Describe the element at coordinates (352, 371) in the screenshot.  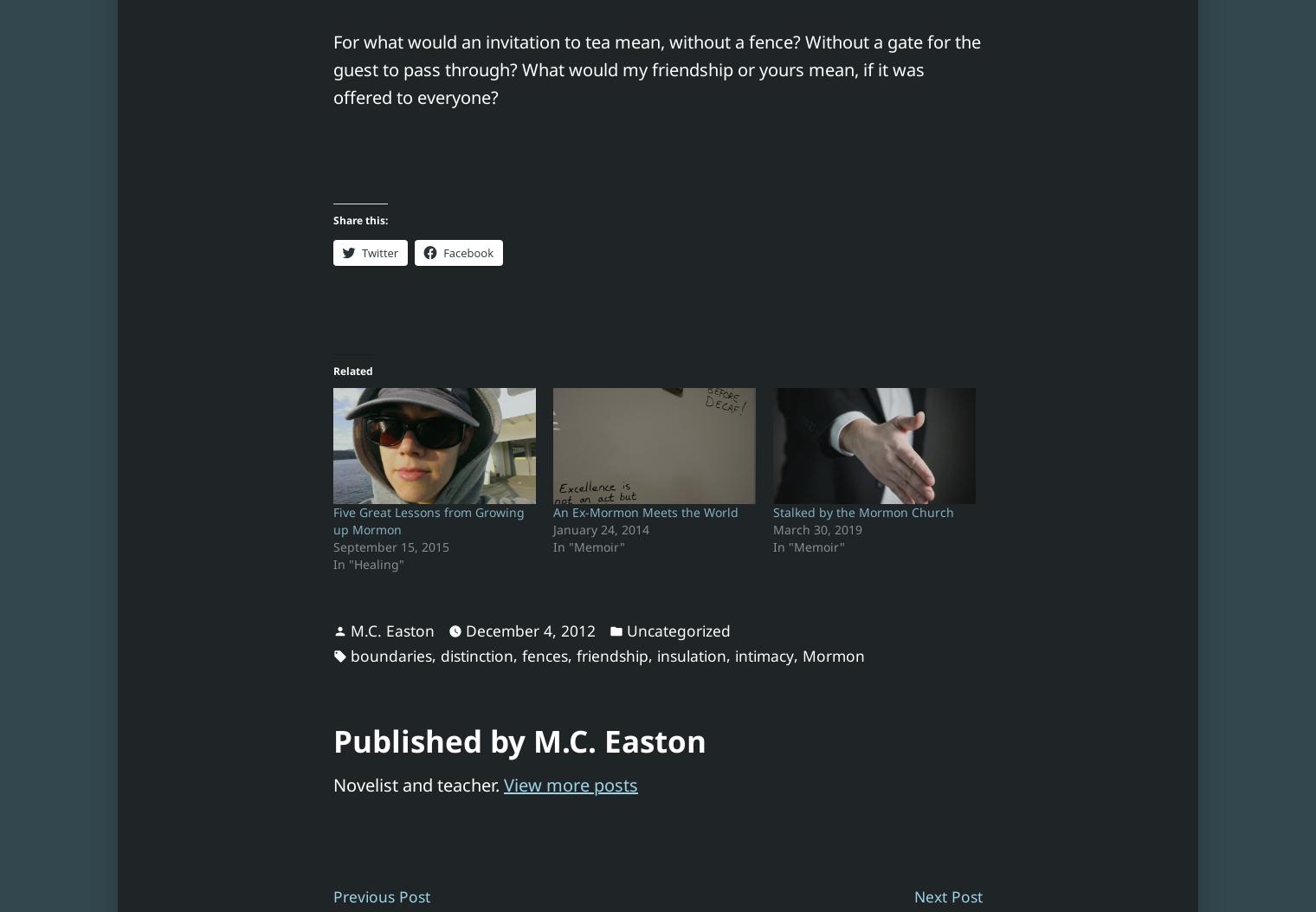
I see `'Related'` at that location.